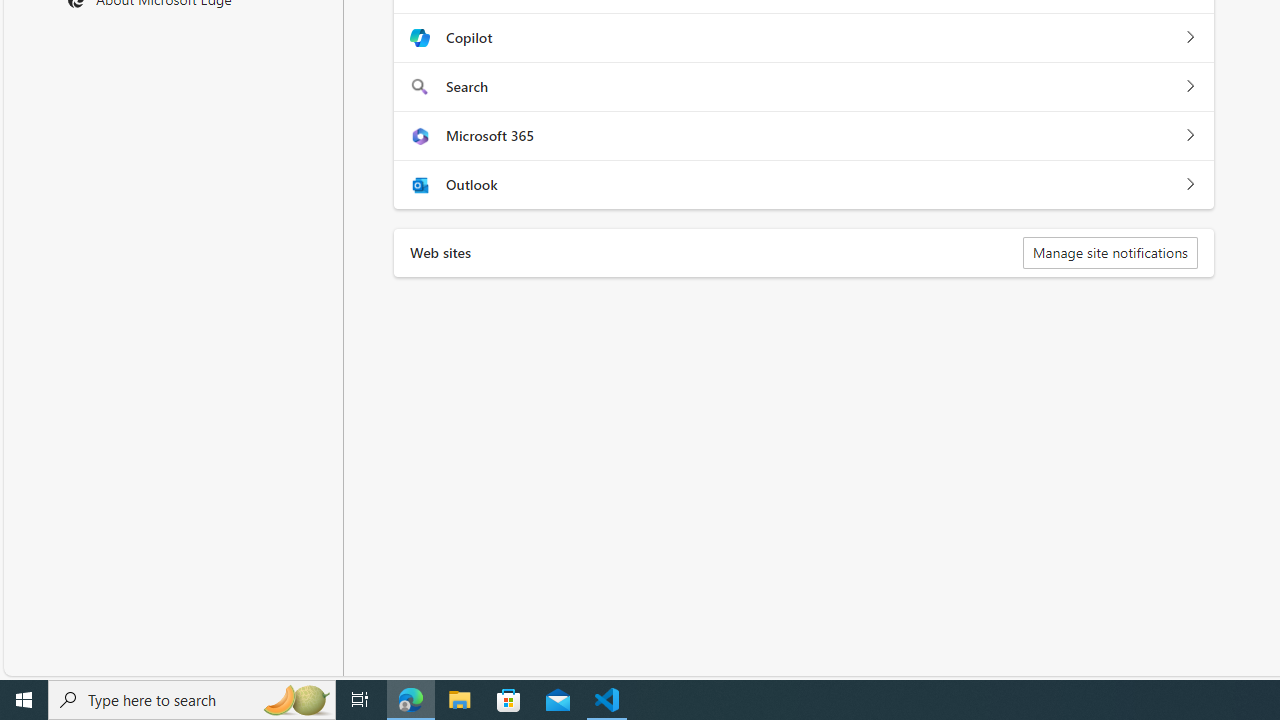 The width and height of the screenshot is (1280, 720). I want to click on 'Manage site notifications', so click(1108, 252).